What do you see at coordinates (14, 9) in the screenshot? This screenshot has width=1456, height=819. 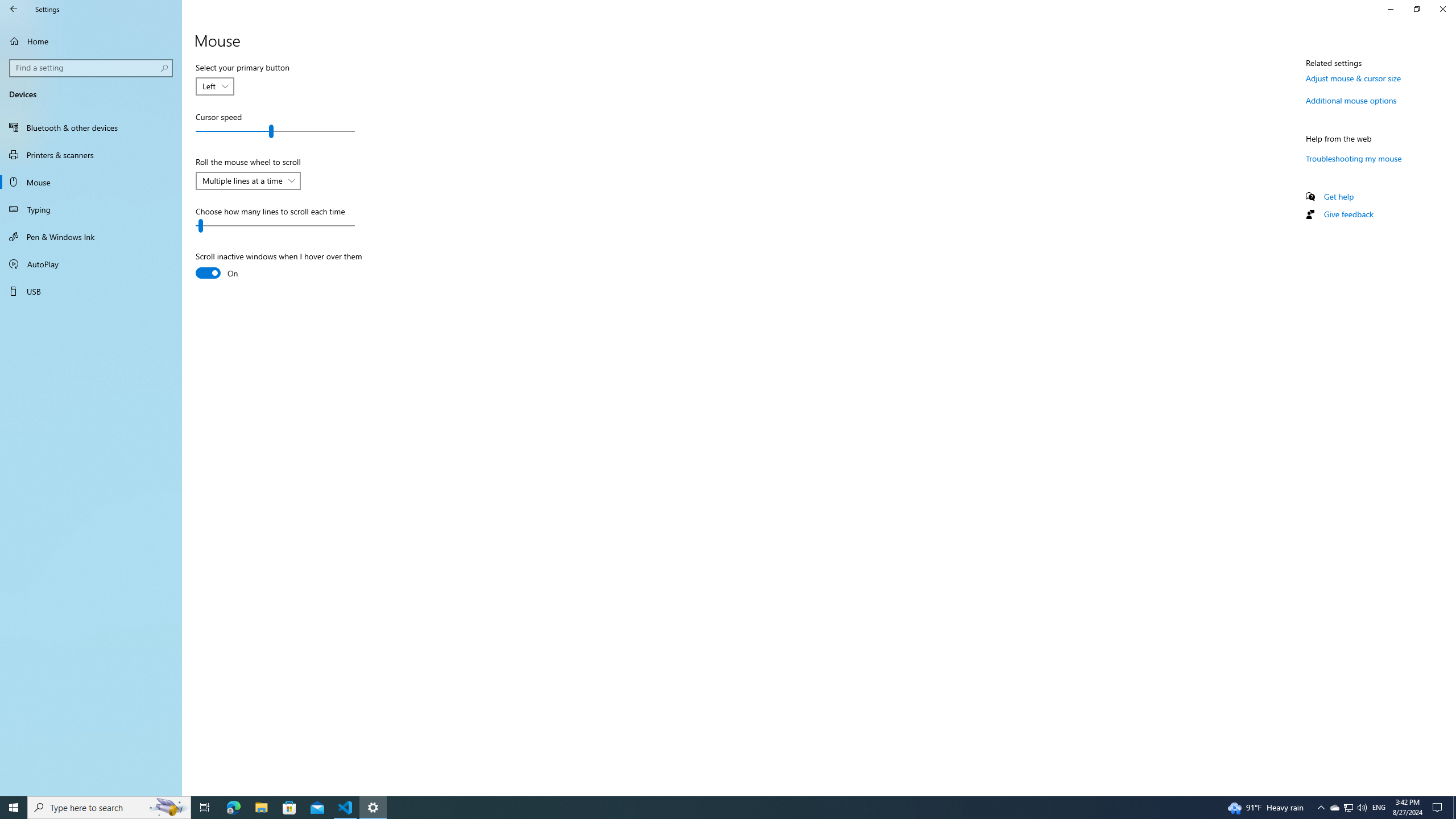 I see `'Back'` at bounding box center [14, 9].